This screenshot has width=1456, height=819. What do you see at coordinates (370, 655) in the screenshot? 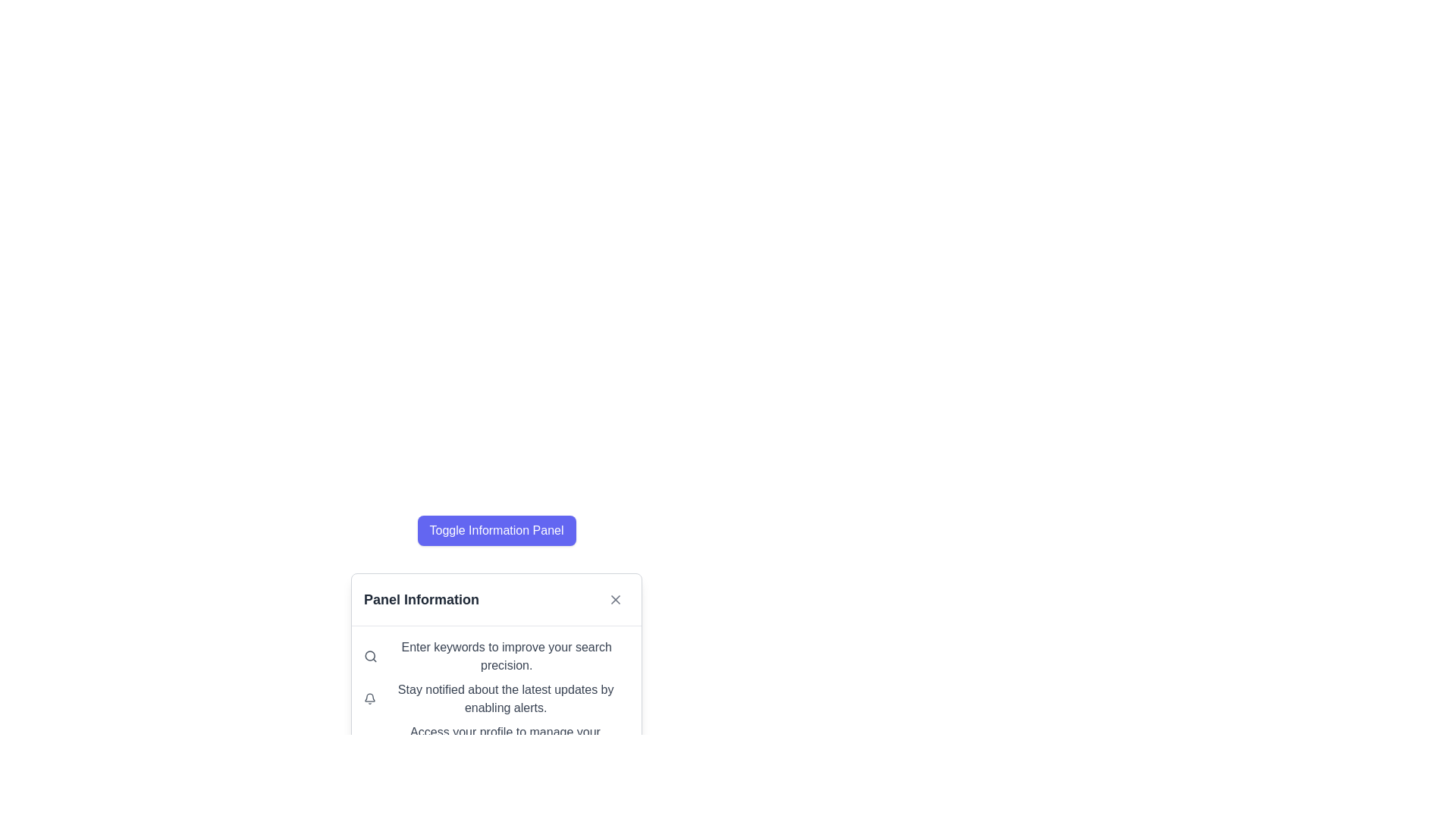
I see `the SVG Circle which represents a search or magnifying feature, visually centered within its icon frame` at bounding box center [370, 655].